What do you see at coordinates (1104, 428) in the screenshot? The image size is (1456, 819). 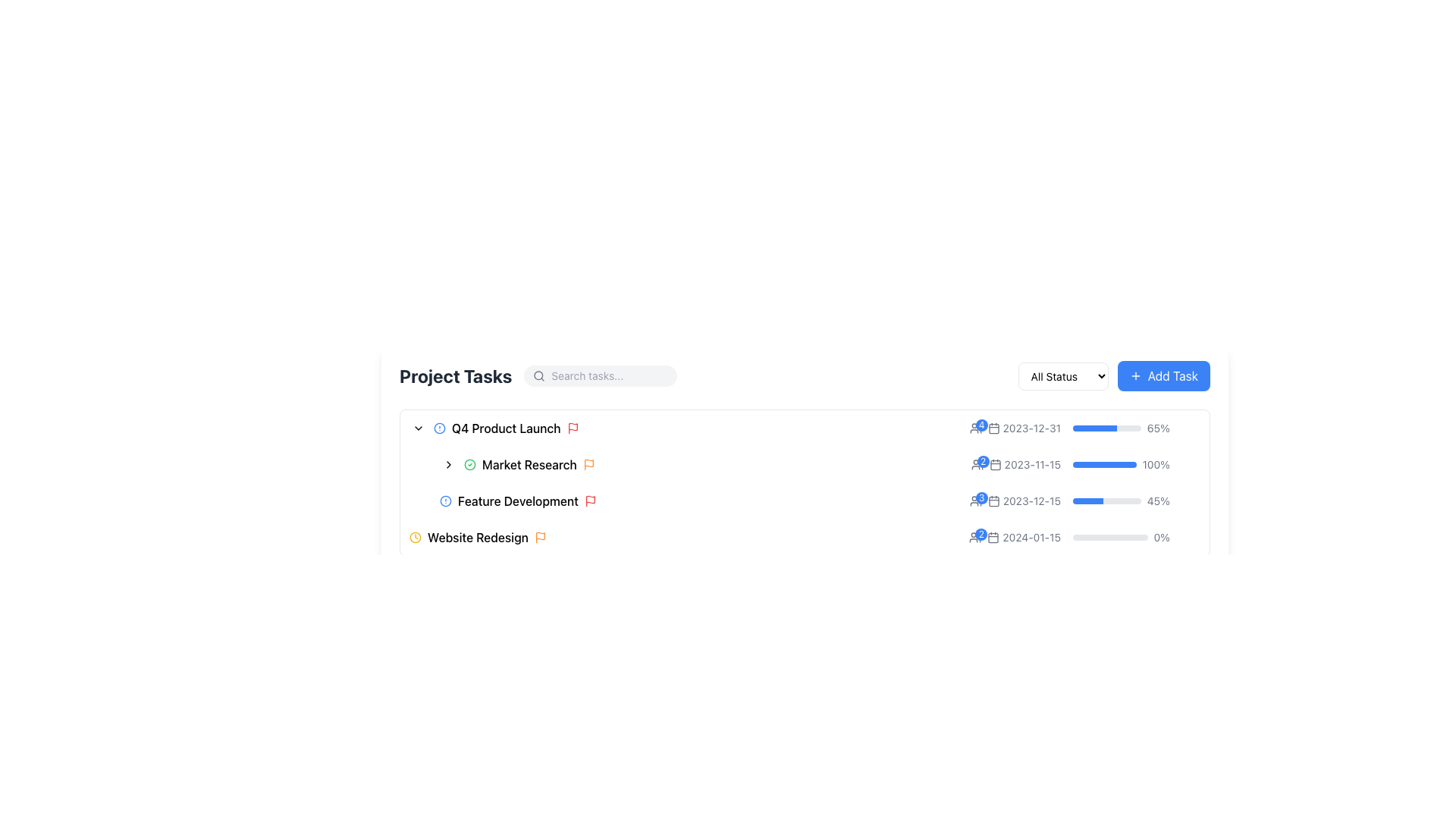 I see `task completion` at bounding box center [1104, 428].